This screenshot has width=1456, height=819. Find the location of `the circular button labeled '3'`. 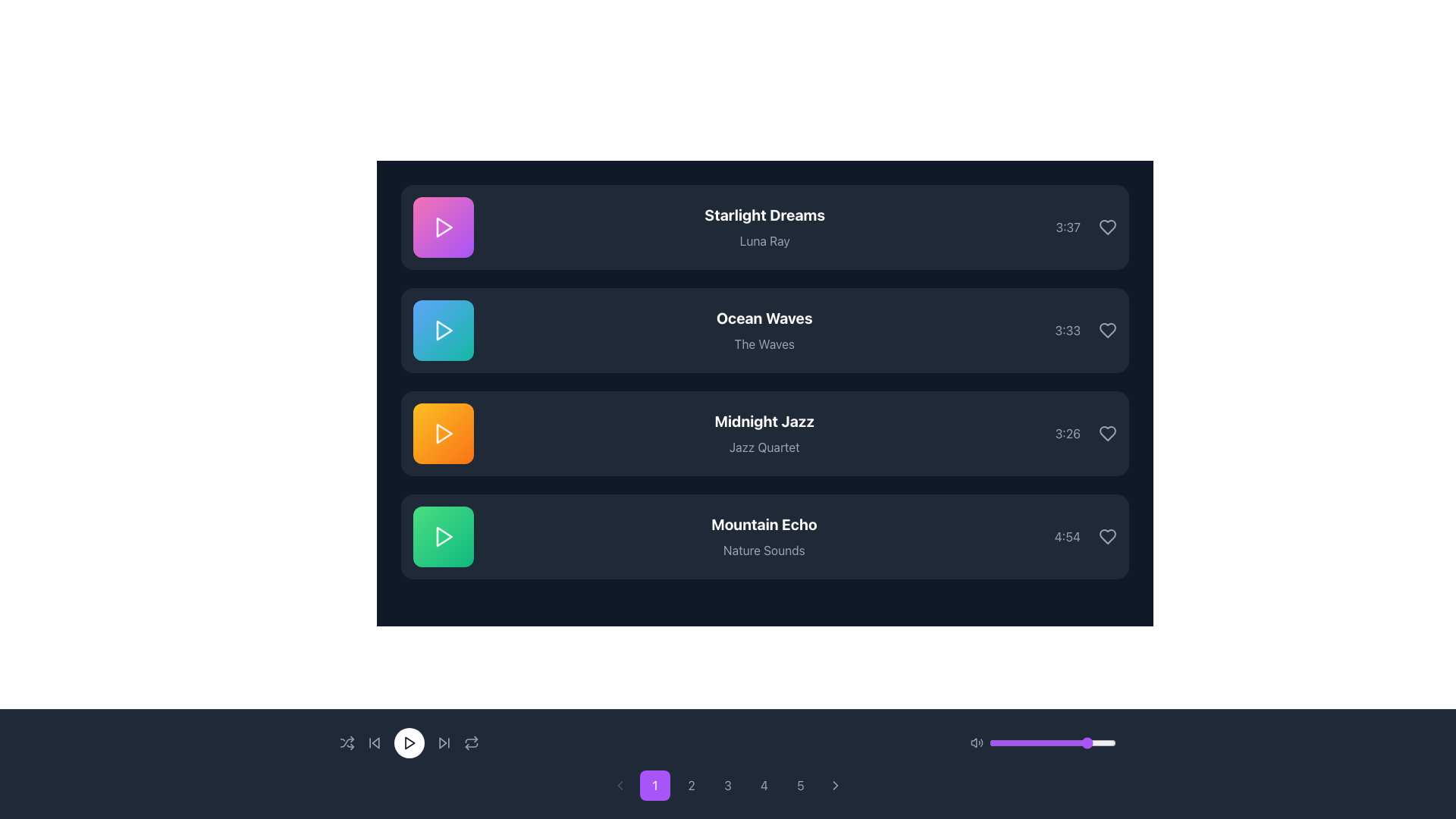

the circular button labeled '3' is located at coordinates (728, 785).